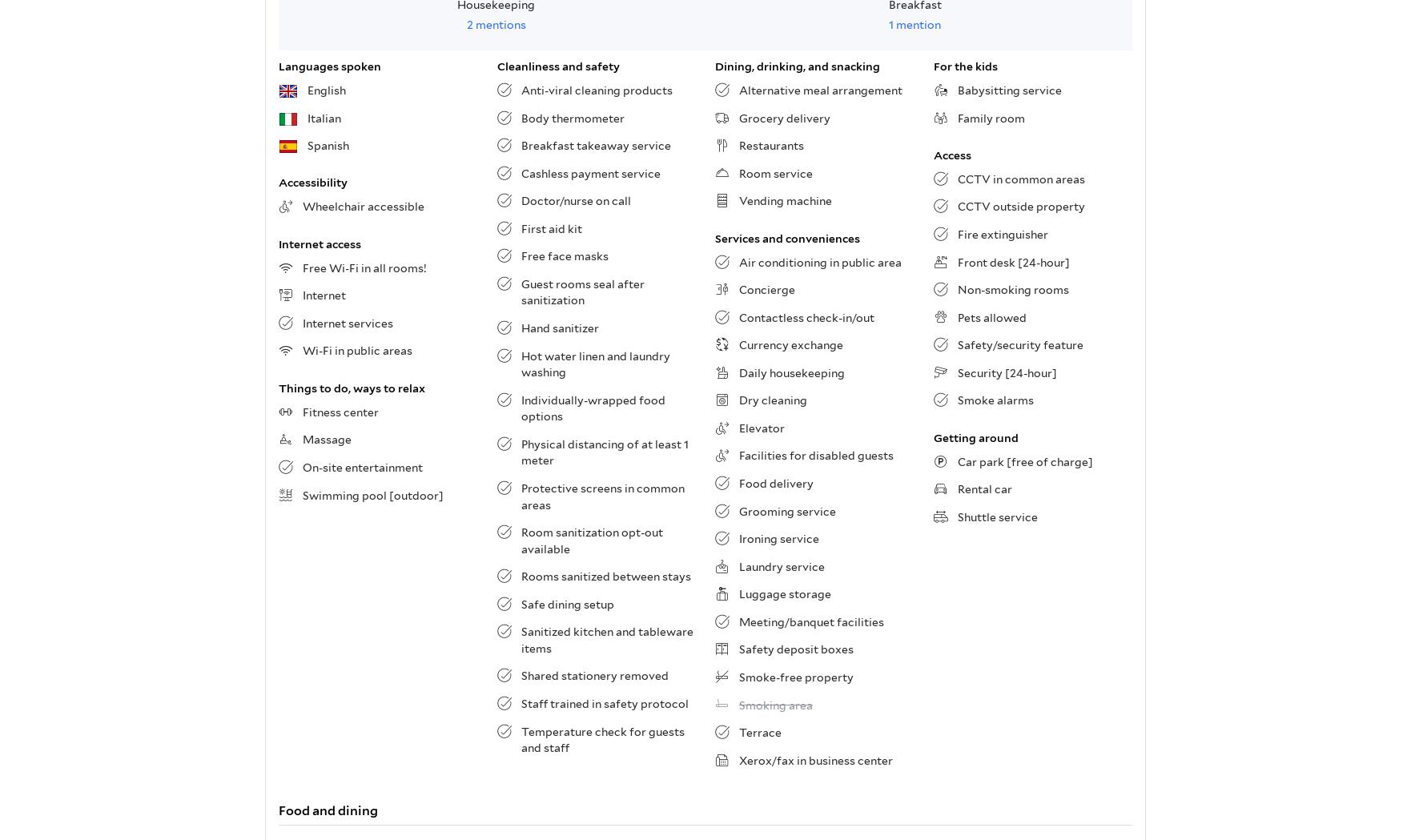  What do you see at coordinates (340, 411) in the screenshot?
I see `'Fitness center'` at bounding box center [340, 411].